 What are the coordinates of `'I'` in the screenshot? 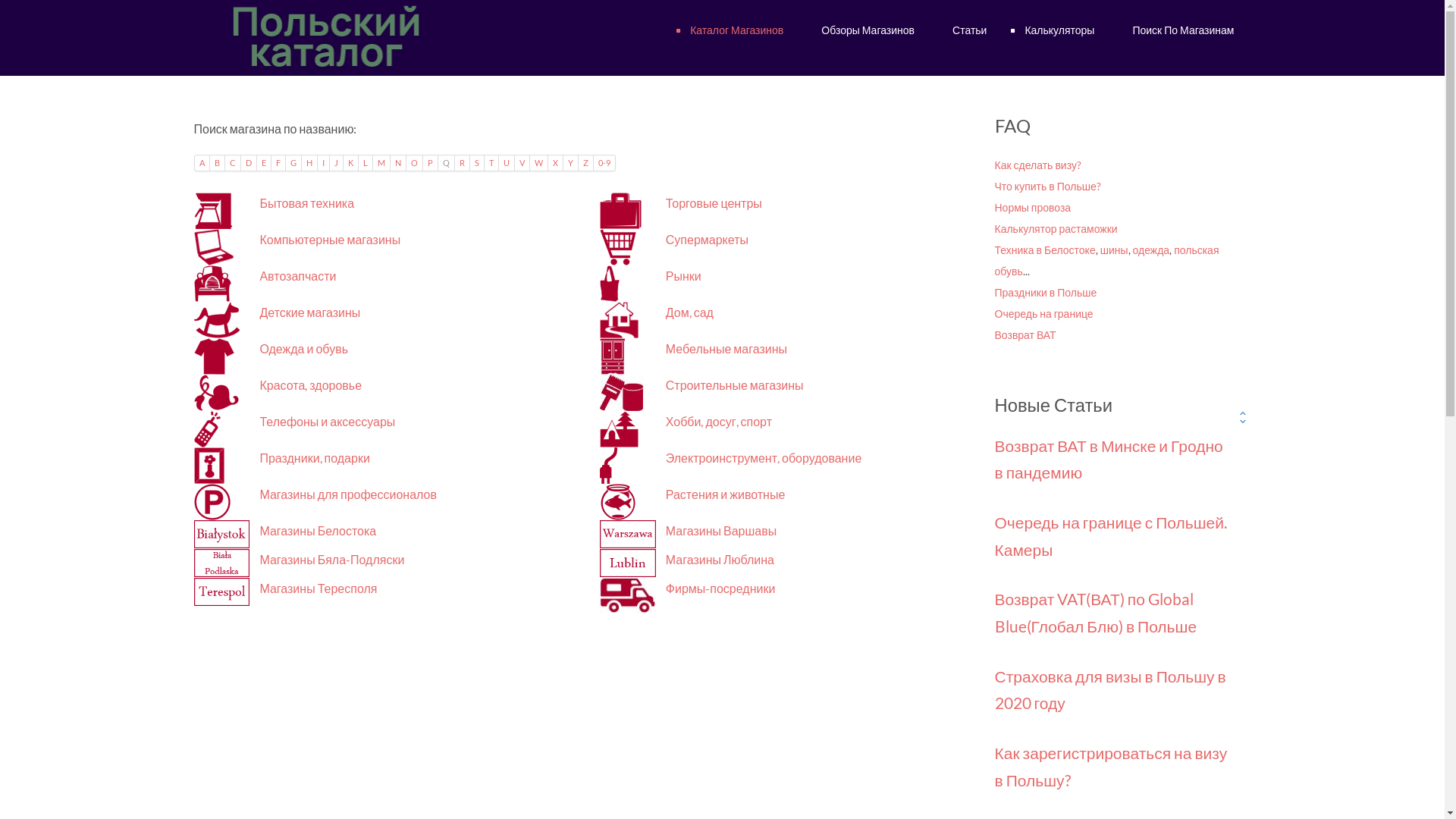 It's located at (322, 163).